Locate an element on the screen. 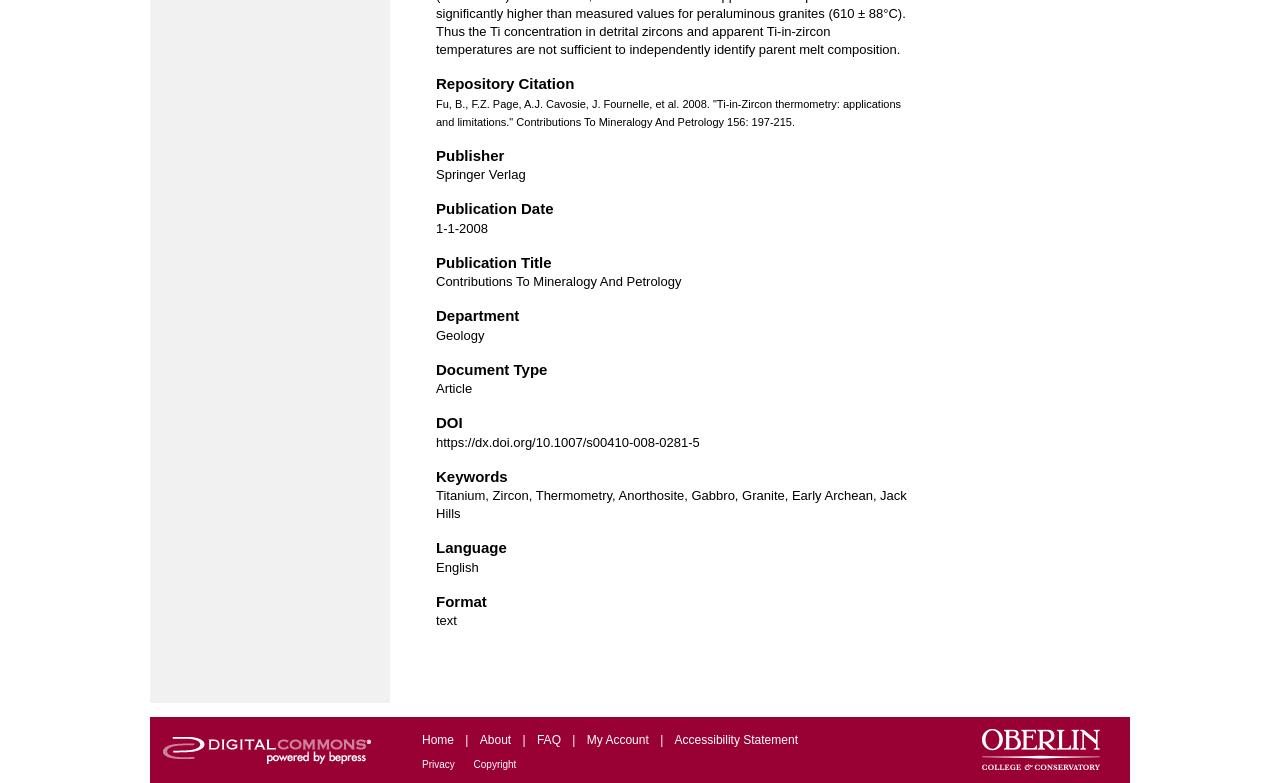 The image size is (1280, 783). 'Privacy' is located at coordinates (421, 763).